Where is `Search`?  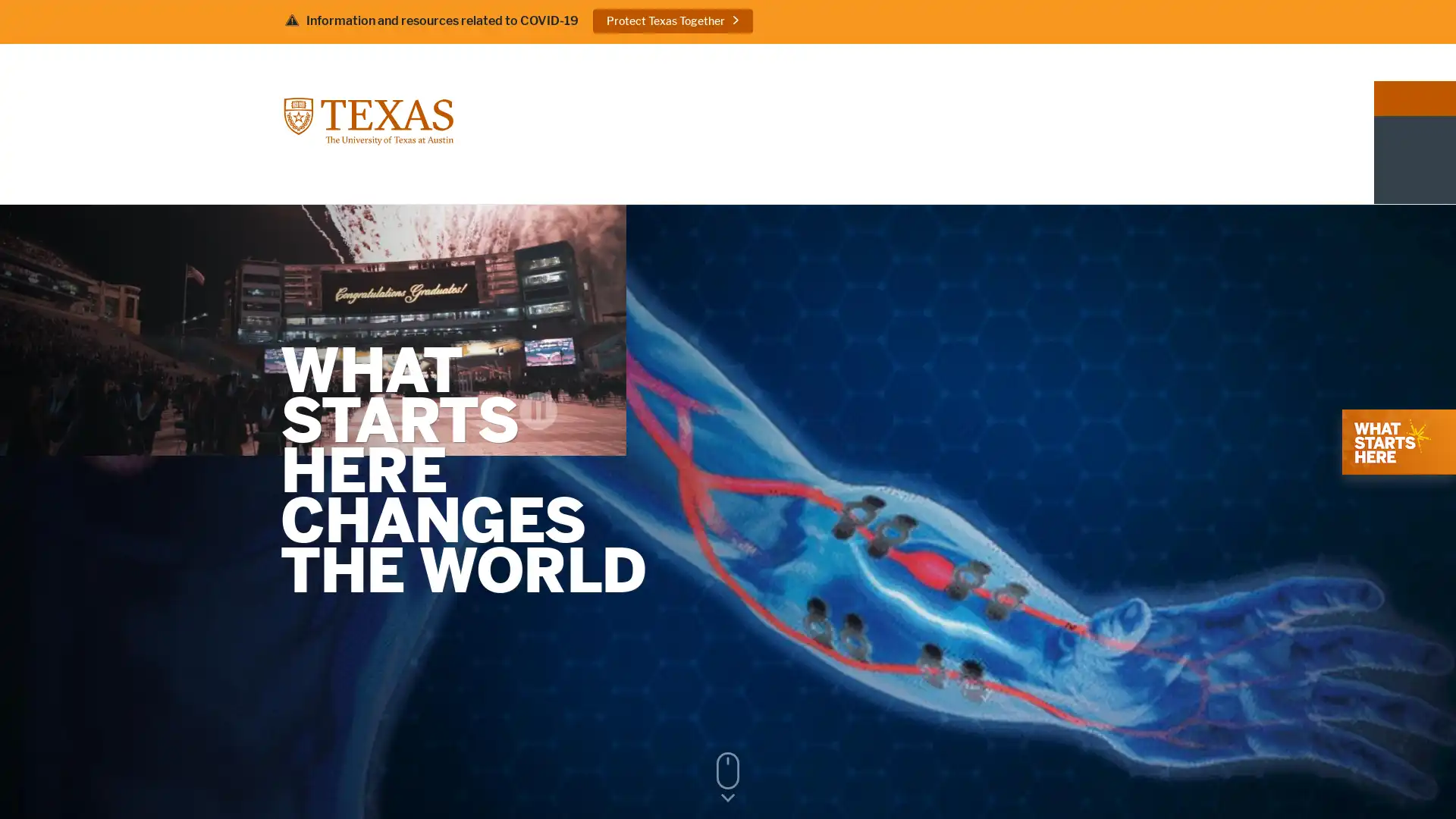 Search is located at coordinates (1150, 61).